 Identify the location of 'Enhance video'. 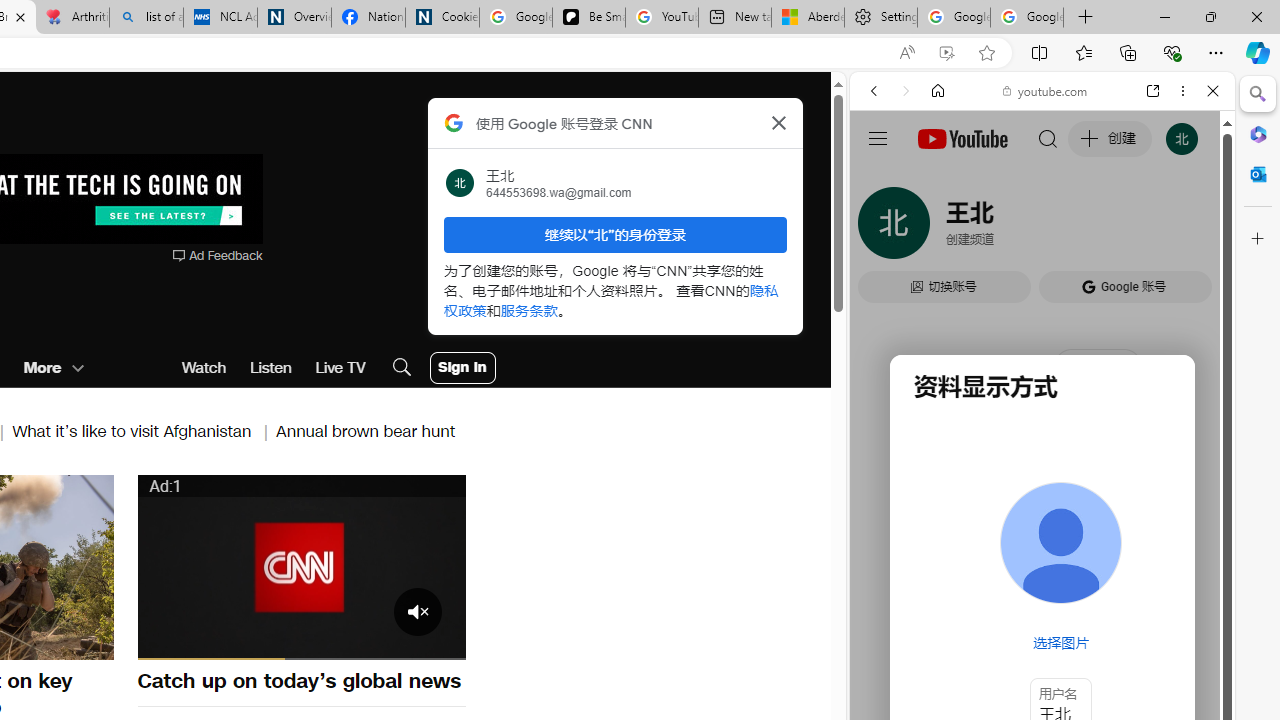
(945, 52).